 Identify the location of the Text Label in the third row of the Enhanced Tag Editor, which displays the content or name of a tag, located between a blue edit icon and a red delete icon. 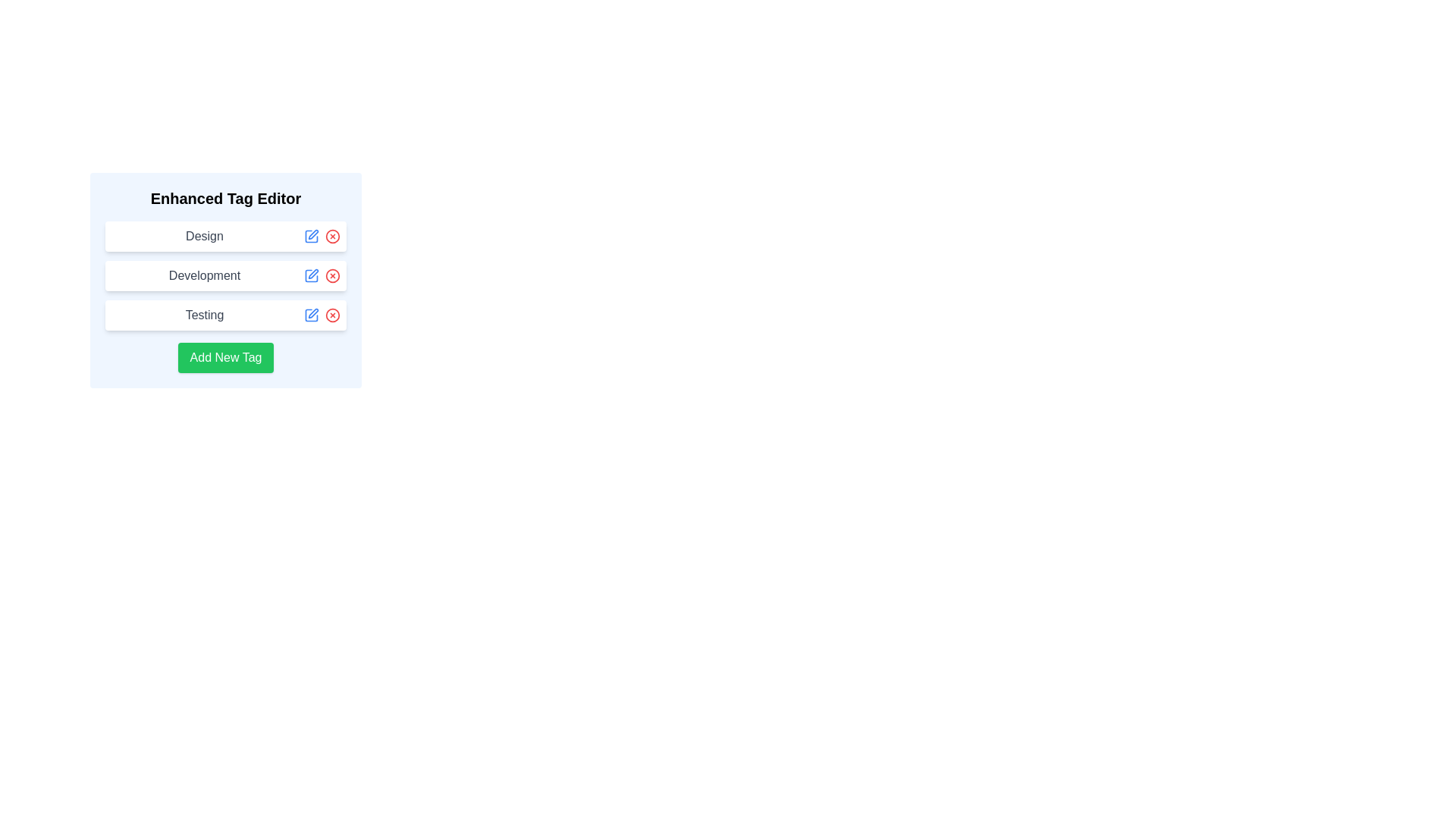
(203, 315).